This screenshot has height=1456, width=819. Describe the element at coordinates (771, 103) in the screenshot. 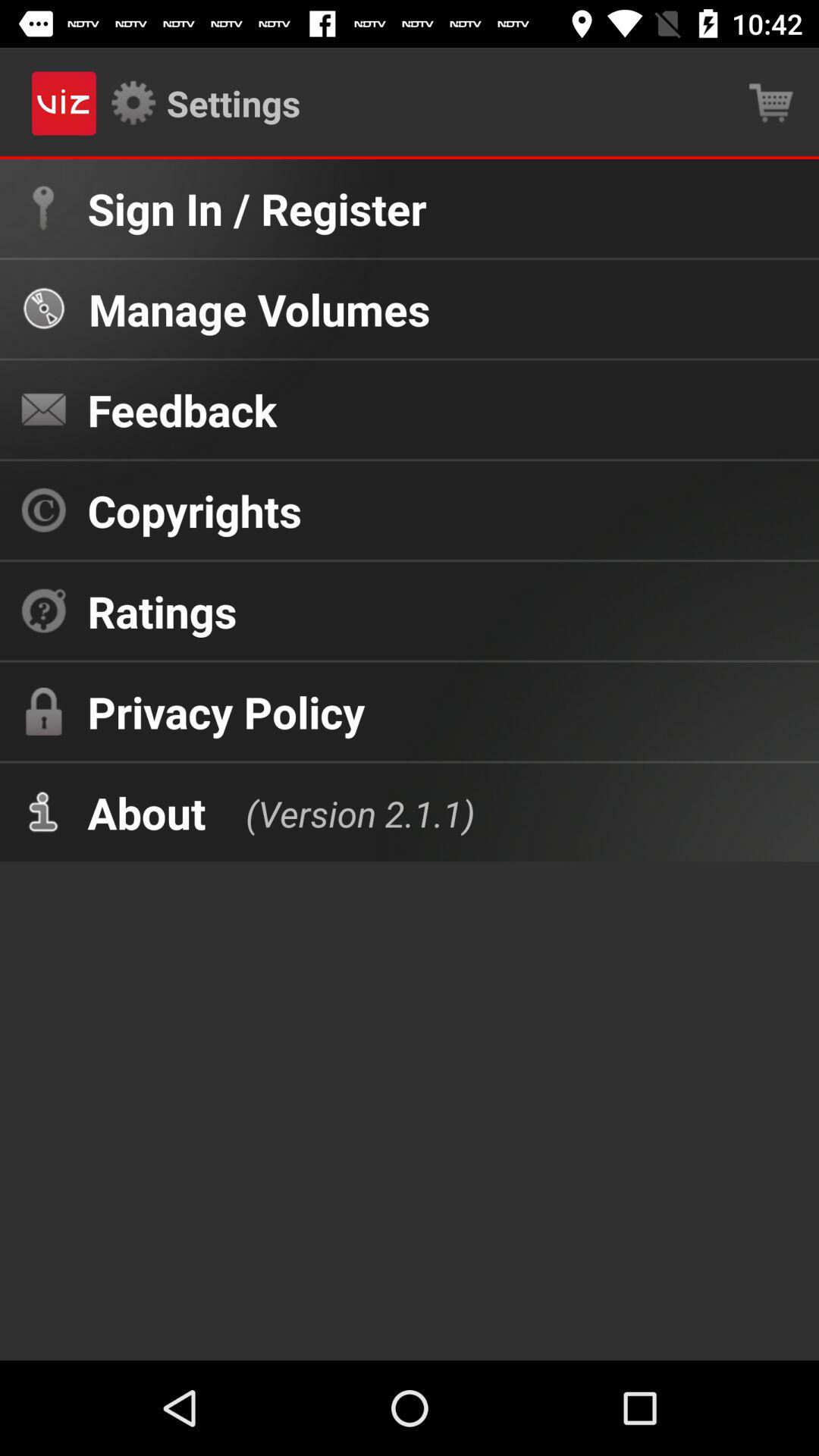

I see `on the cart image in the page` at that location.